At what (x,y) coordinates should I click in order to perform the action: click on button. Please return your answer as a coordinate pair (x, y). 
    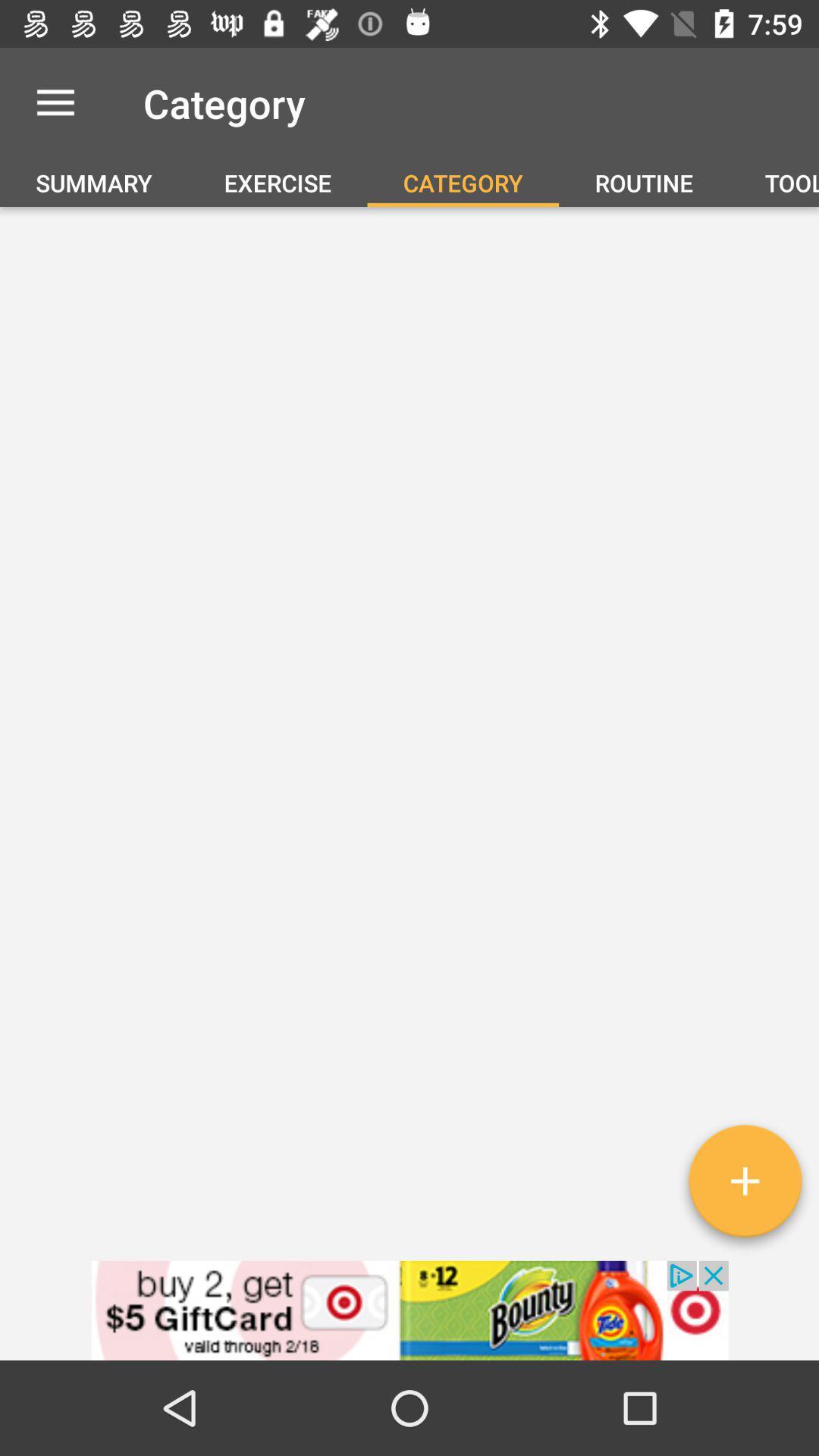
    Looking at the image, I should click on (744, 1186).